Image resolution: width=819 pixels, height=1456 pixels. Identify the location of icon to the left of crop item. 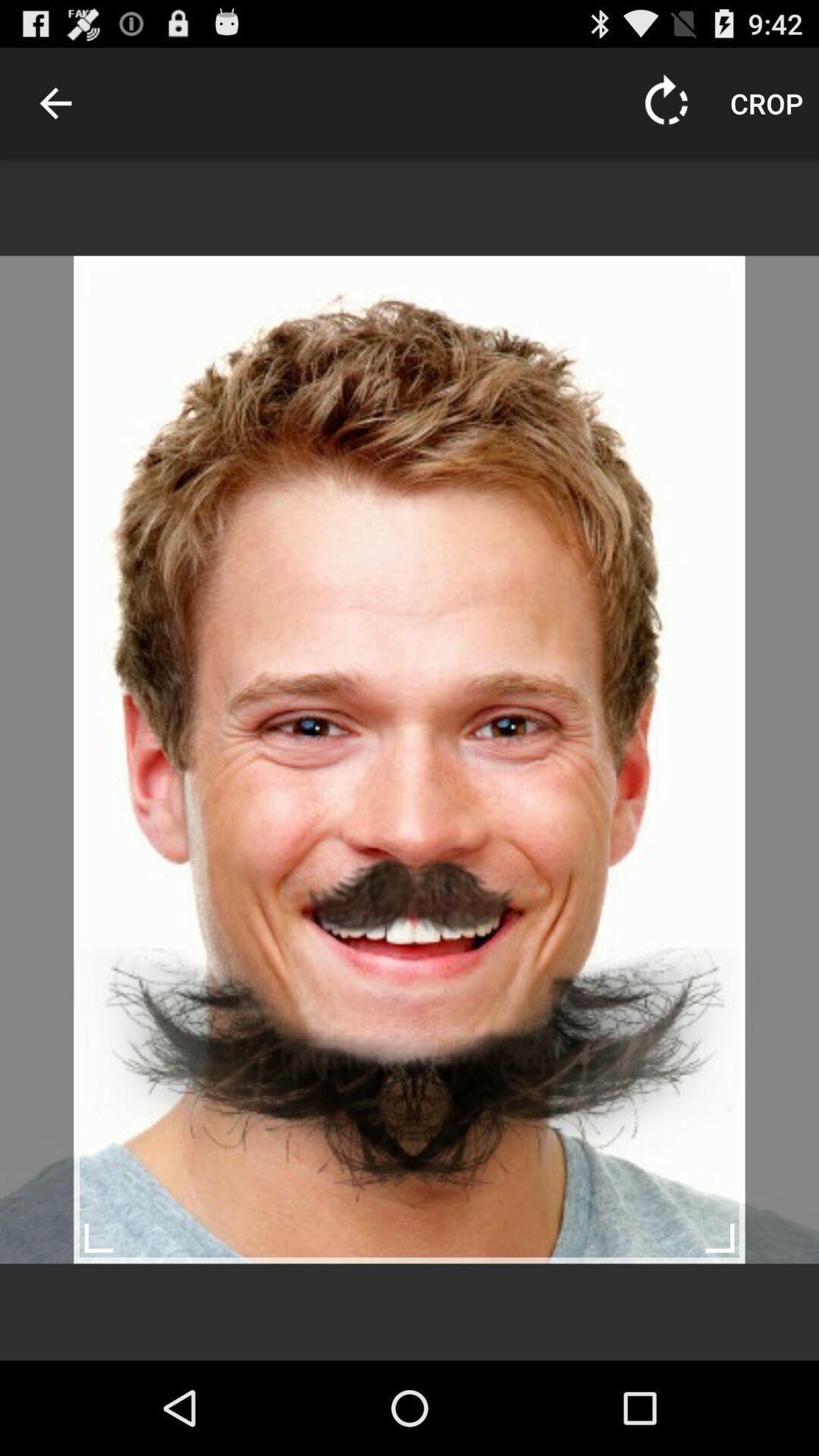
(666, 102).